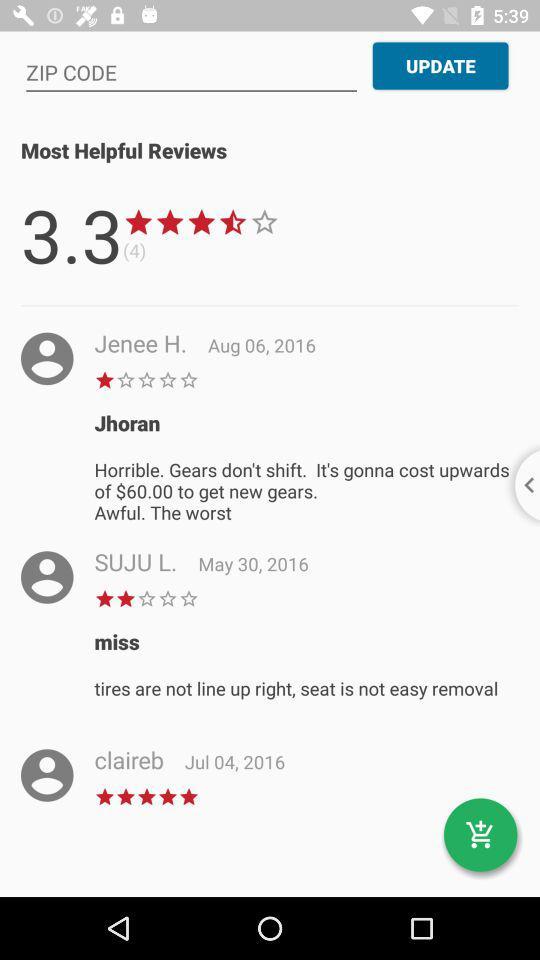 The image size is (540, 960). What do you see at coordinates (479, 835) in the screenshot?
I see `the cart icon` at bounding box center [479, 835].